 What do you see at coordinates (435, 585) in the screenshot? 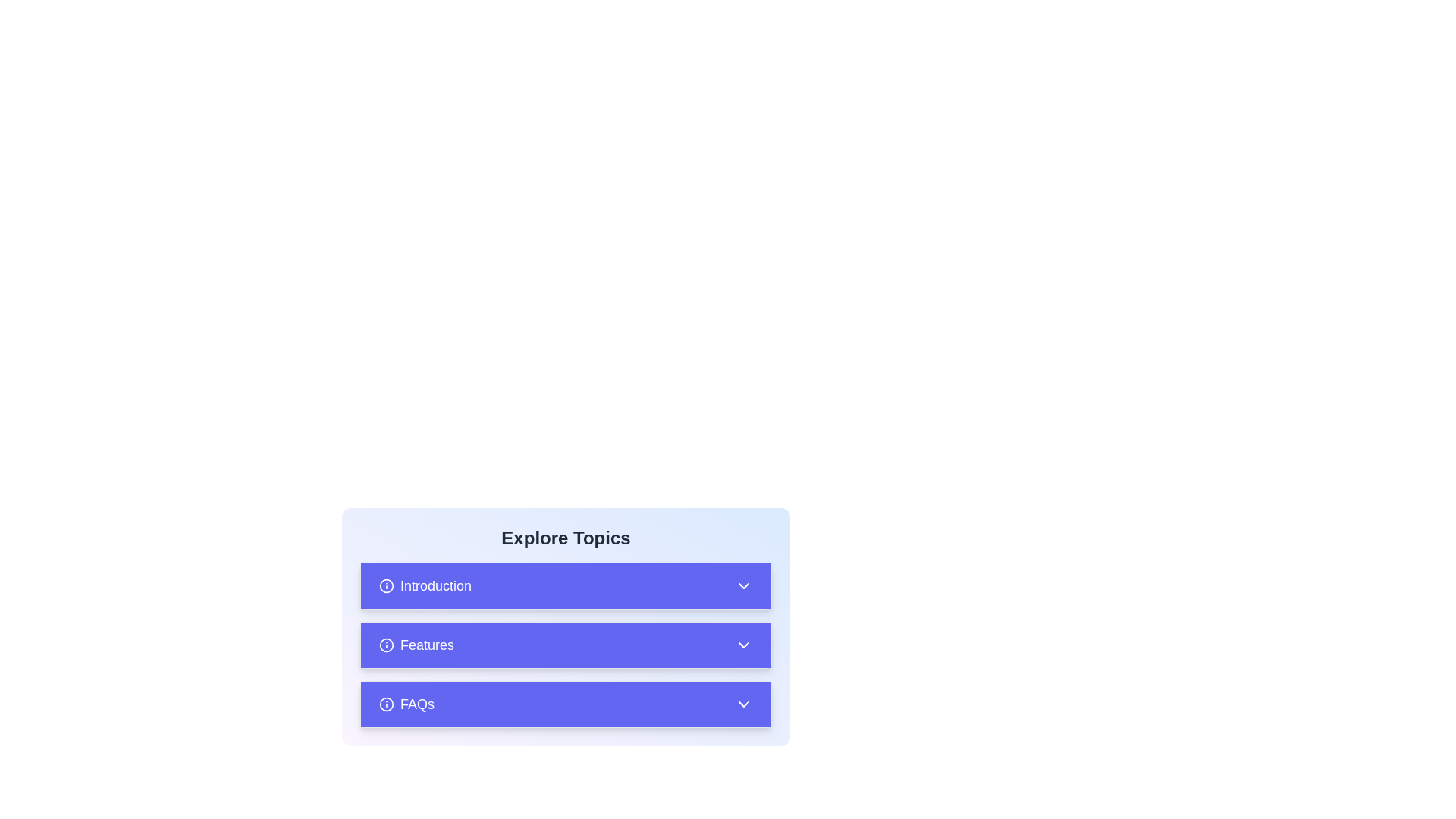
I see `the 'Introduction' text label which is styled in white on a blue background, positioned next to an information icon in the 'Explore Topics' section` at bounding box center [435, 585].